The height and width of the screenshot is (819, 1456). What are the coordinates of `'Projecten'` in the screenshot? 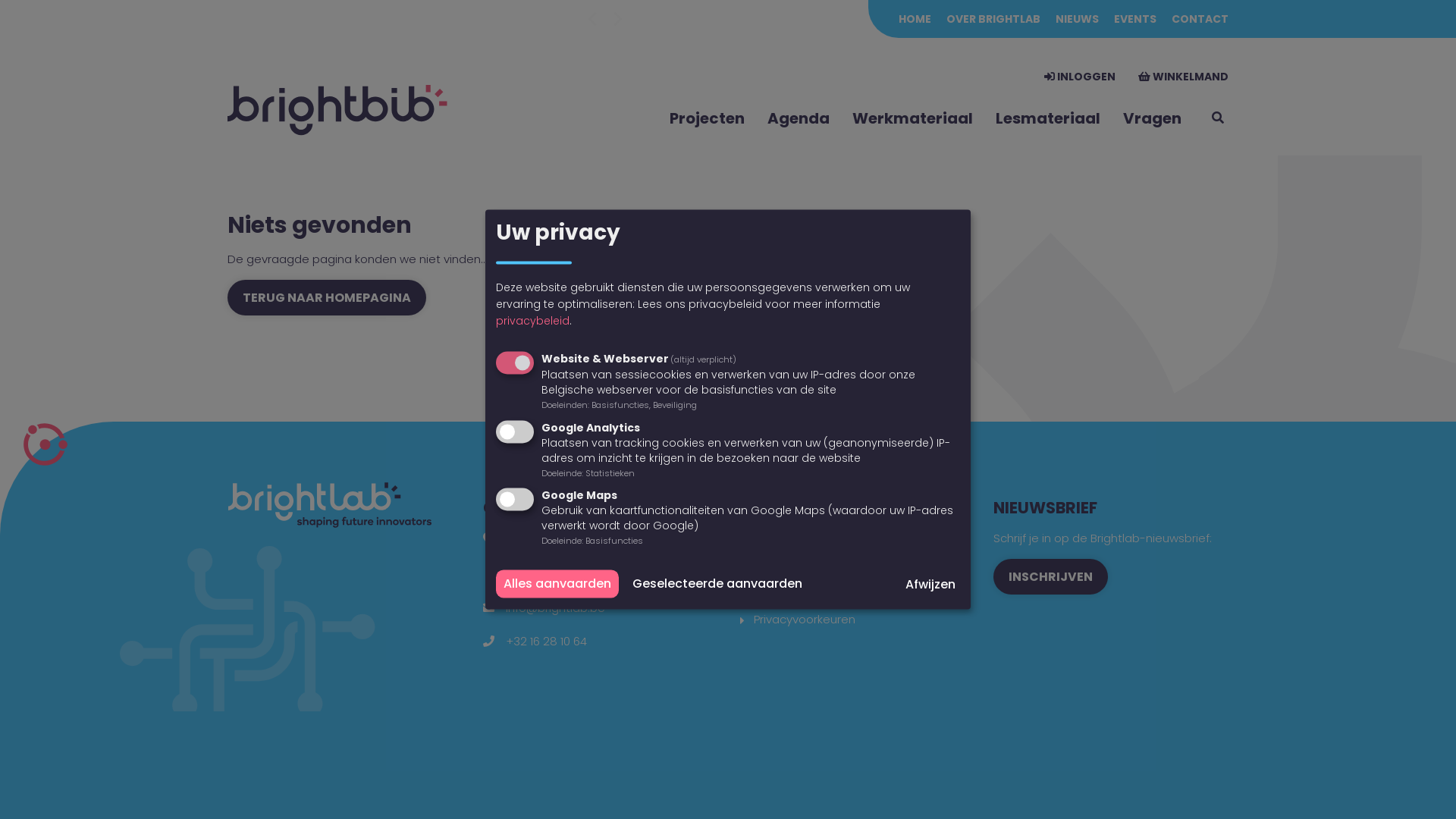 It's located at (706, 117).